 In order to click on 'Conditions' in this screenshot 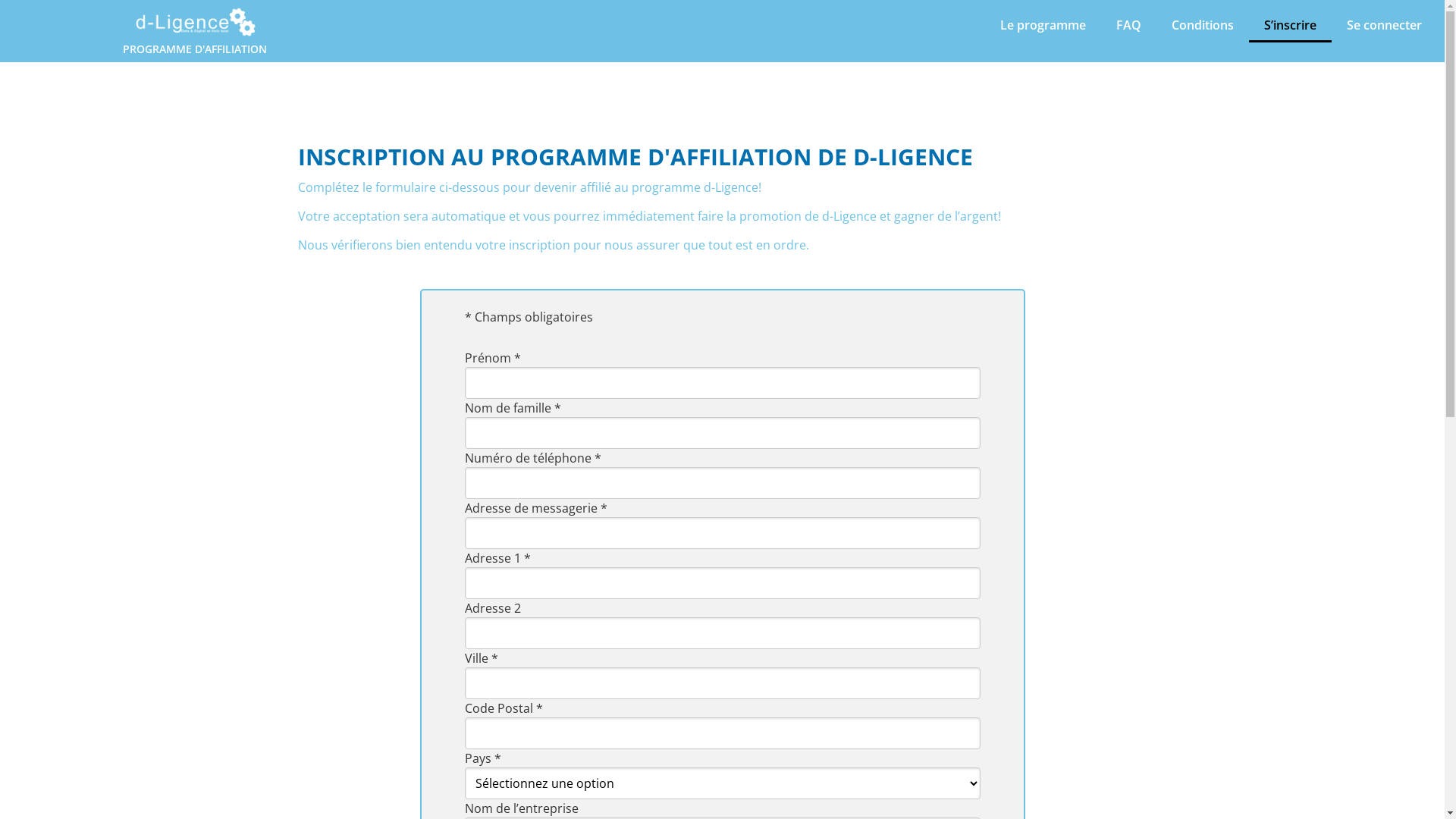, I will do `click(1201, 25)`.